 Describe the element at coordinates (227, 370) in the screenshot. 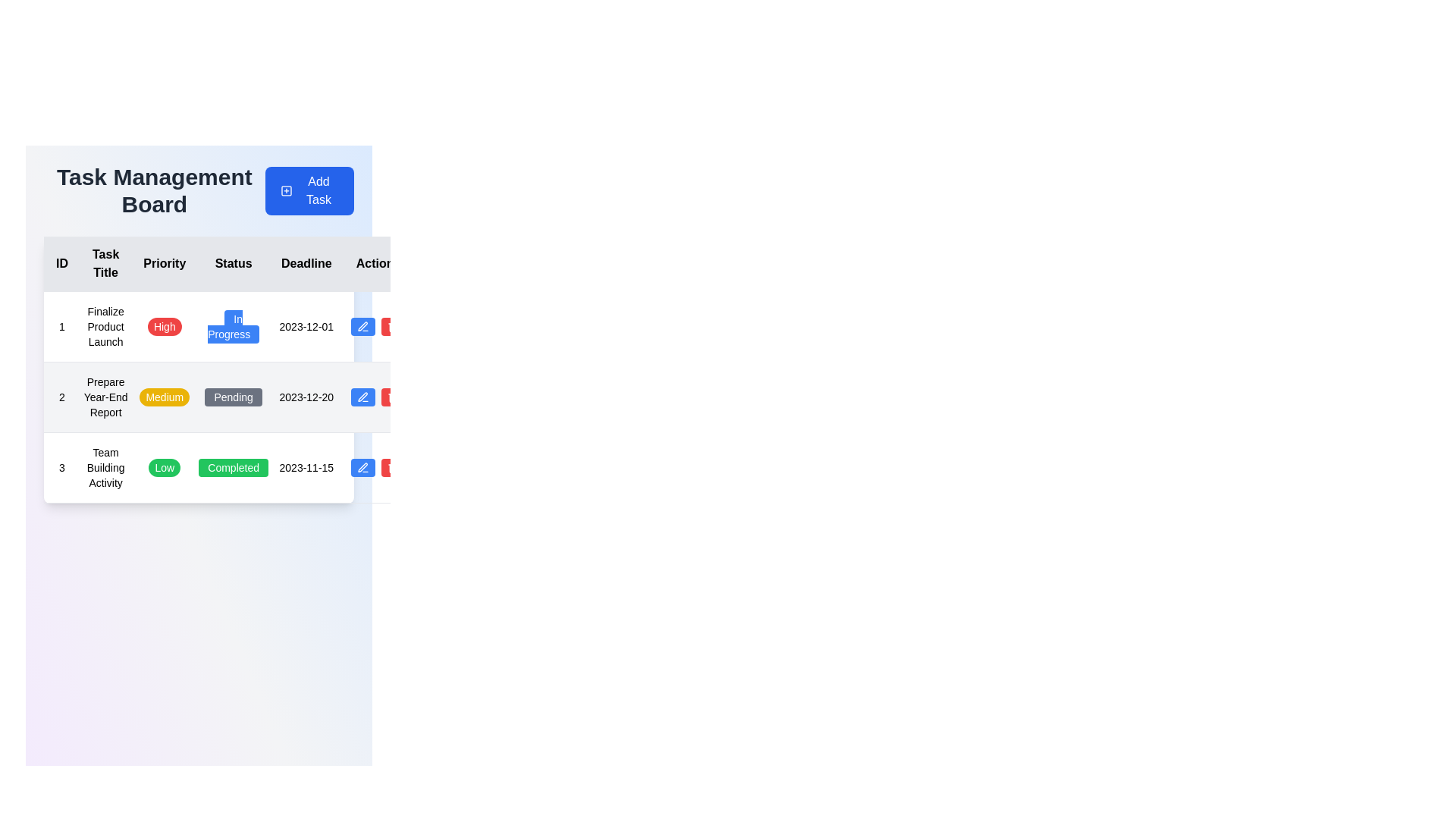

I see `a row in the task management table to inspect its details` at that location.